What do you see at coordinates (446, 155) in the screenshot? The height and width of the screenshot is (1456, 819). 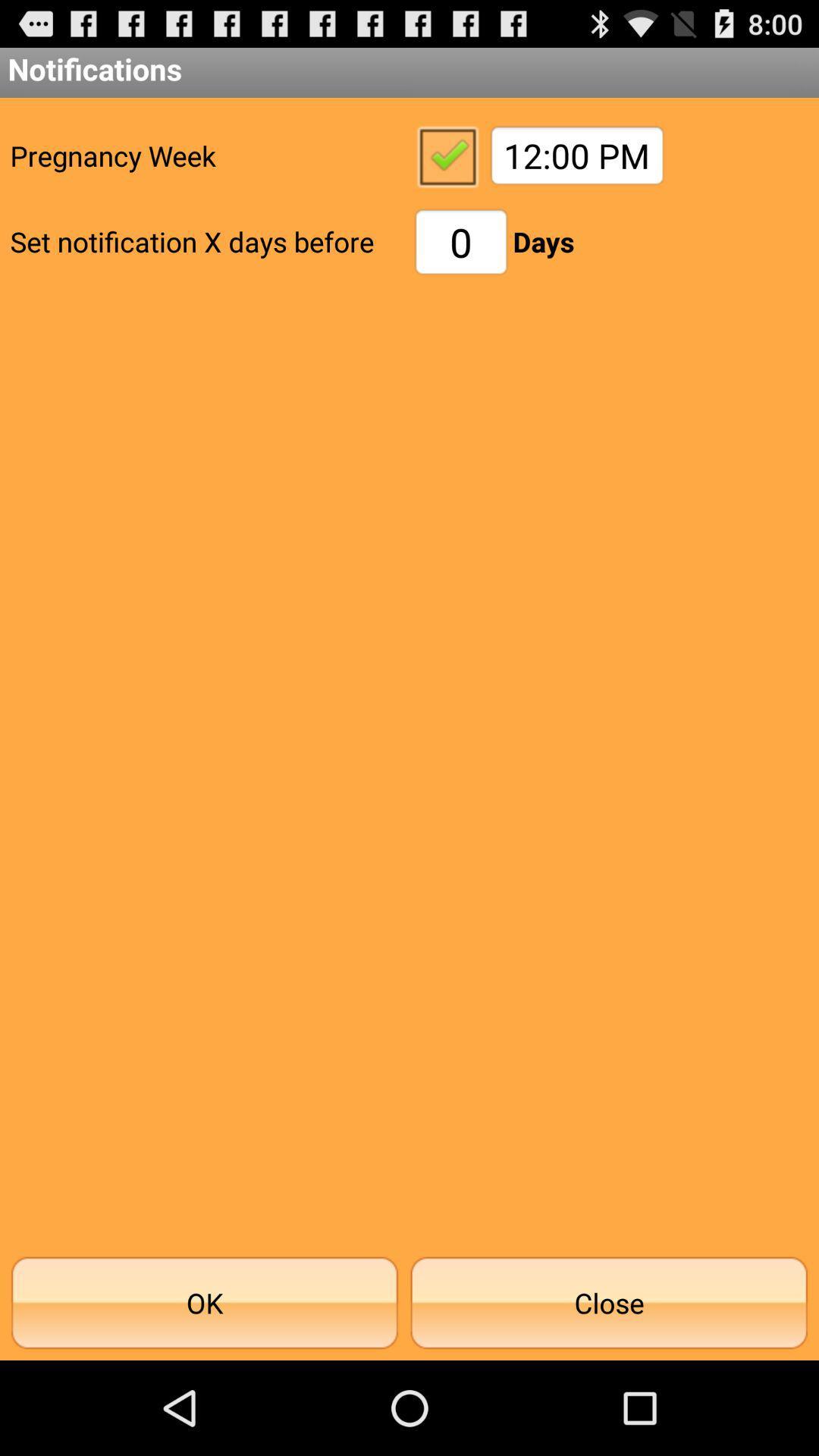 I see `icon to the right of the pregnancy week item` at bounding box center [446, 155].